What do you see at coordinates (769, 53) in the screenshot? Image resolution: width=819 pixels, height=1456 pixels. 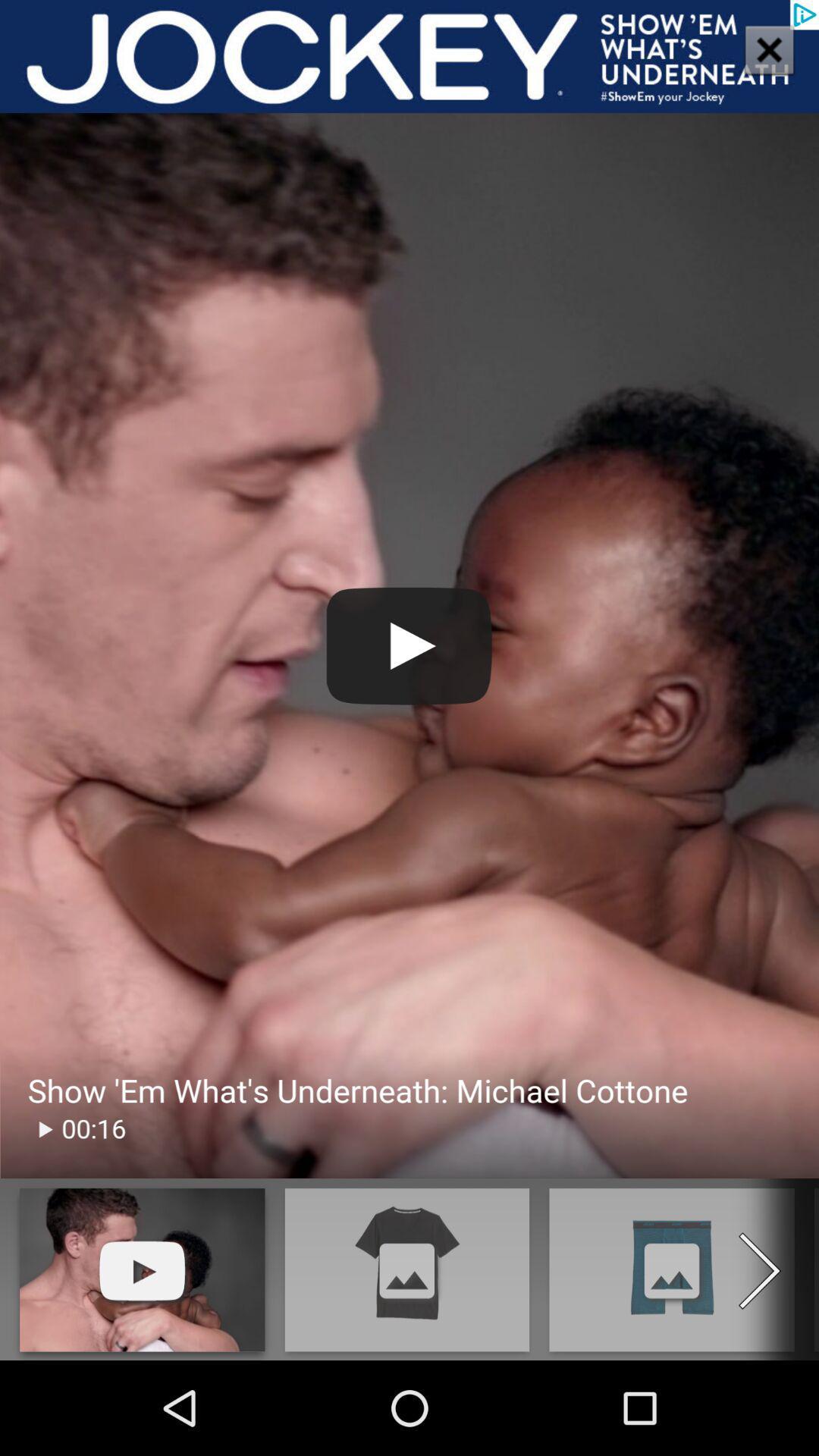 I see `the close icon` at bounding box center [769, 53].